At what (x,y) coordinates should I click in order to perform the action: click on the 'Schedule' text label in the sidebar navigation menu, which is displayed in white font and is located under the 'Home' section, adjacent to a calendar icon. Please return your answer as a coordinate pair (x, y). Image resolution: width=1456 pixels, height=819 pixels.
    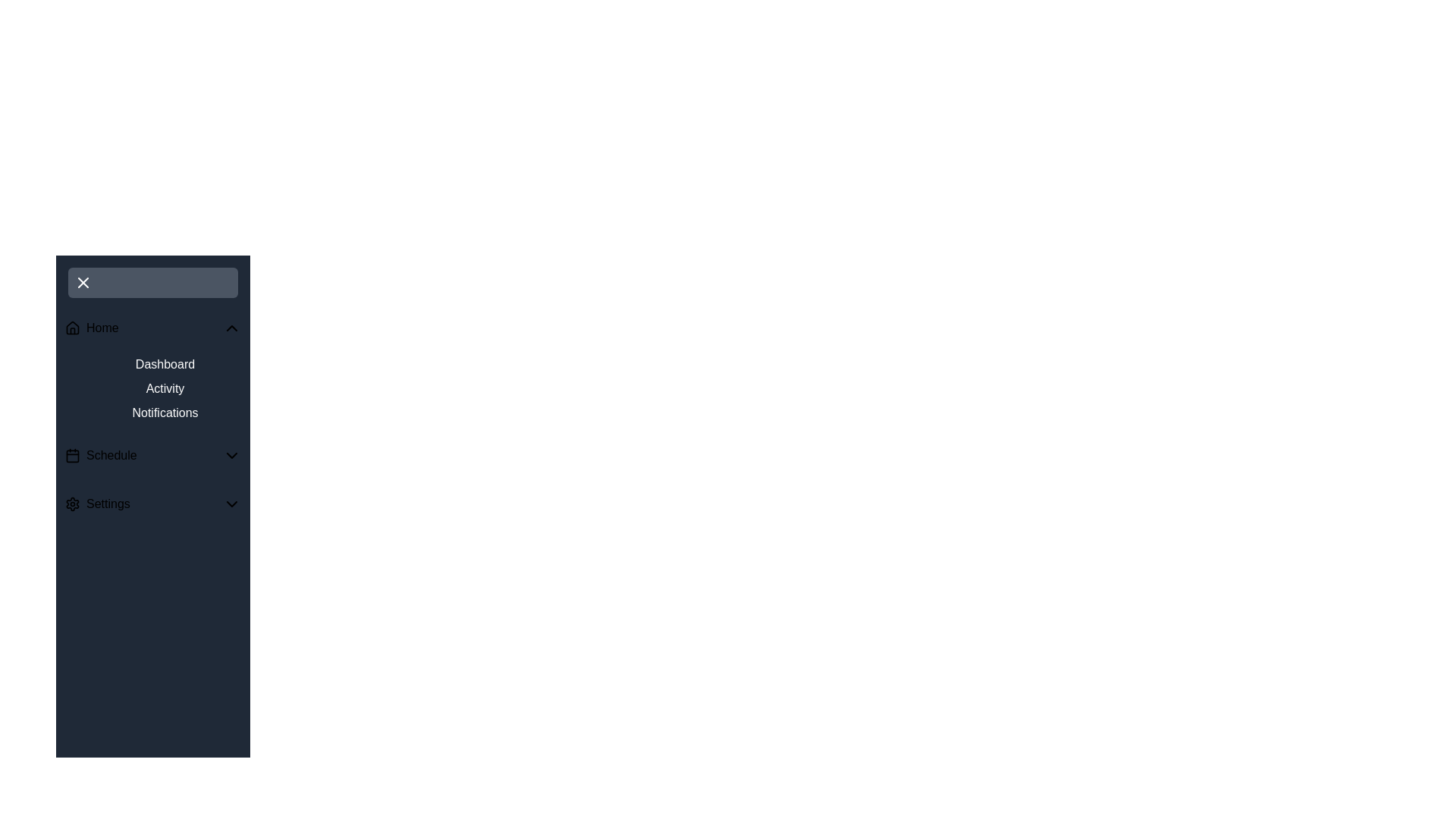
    Looking at the image, I should click on (111, 455).